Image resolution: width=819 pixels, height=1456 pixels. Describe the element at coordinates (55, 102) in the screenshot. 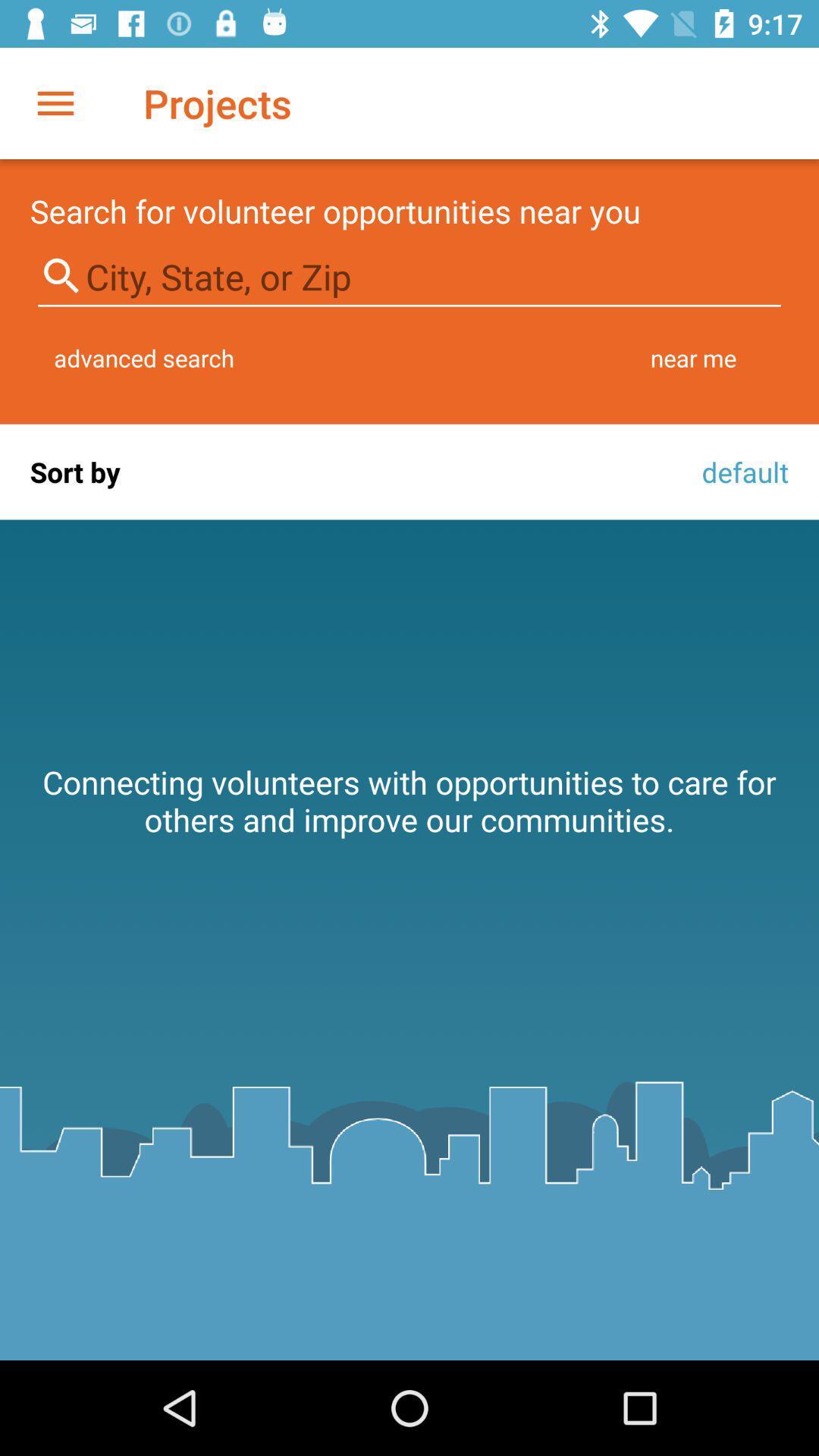

I see `item next to projects item` at that location.